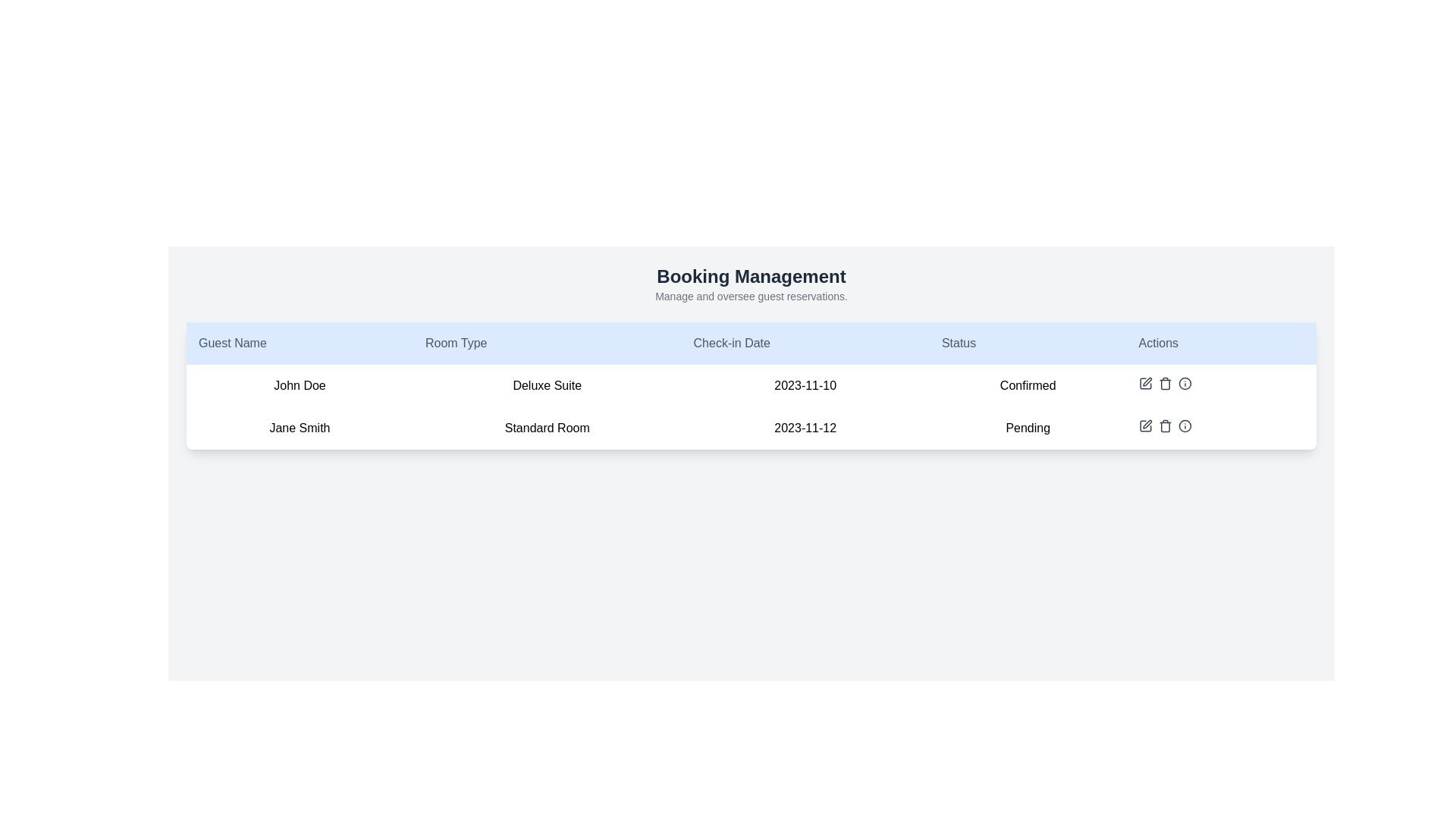 This screenshot has height=819, width=1456. What do you see at coordinates (751, 277) in the screenshot?
I see `text of the heading element that contains 'Booking Management', which is styled prominently in bold and larger font near the top center of the page` at bounding box center [751, 277].